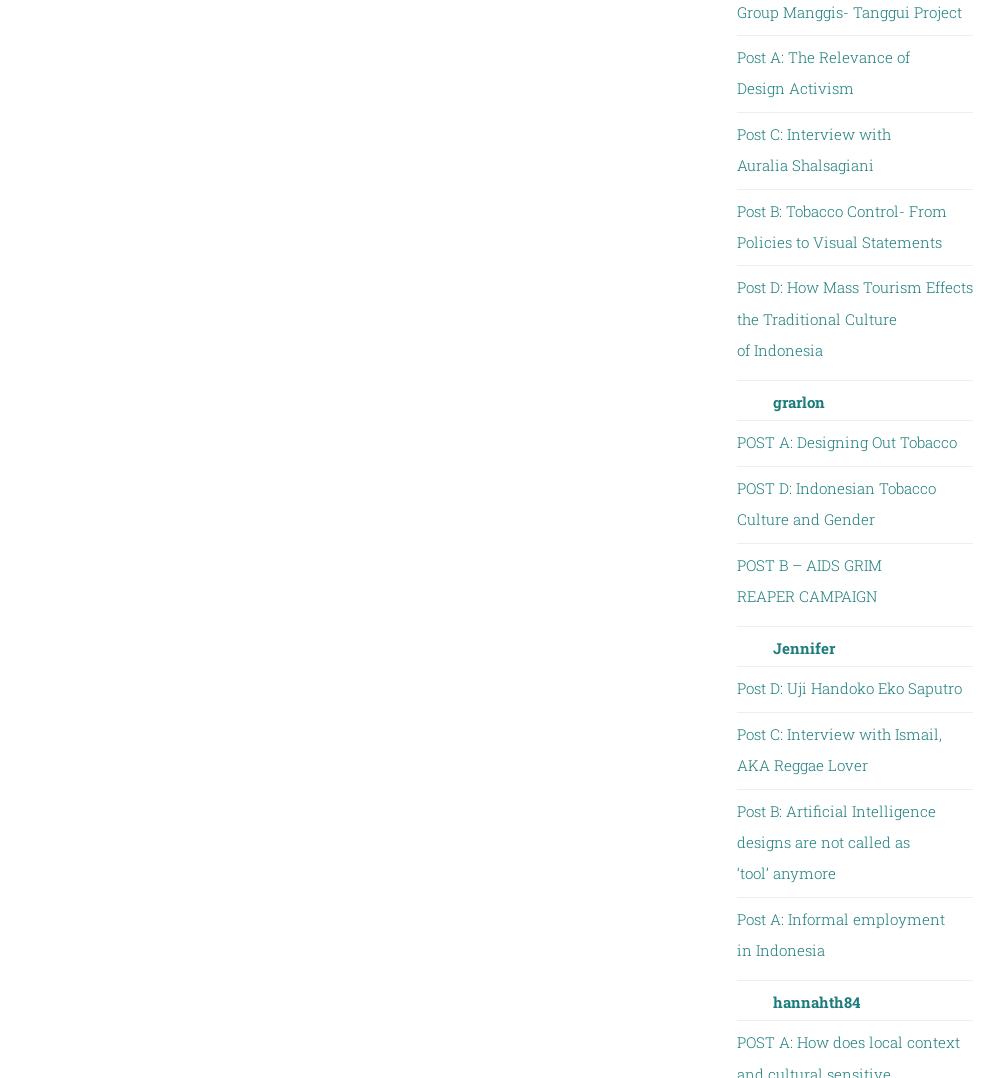 Image resolution: width=1000 pixels, height=1078 pixels. What do you see at coordinates (847, 687) in the screenshot?
I see `'Post D: Uji Handoko Eko Saputro'` at bounding box center [847, 687].